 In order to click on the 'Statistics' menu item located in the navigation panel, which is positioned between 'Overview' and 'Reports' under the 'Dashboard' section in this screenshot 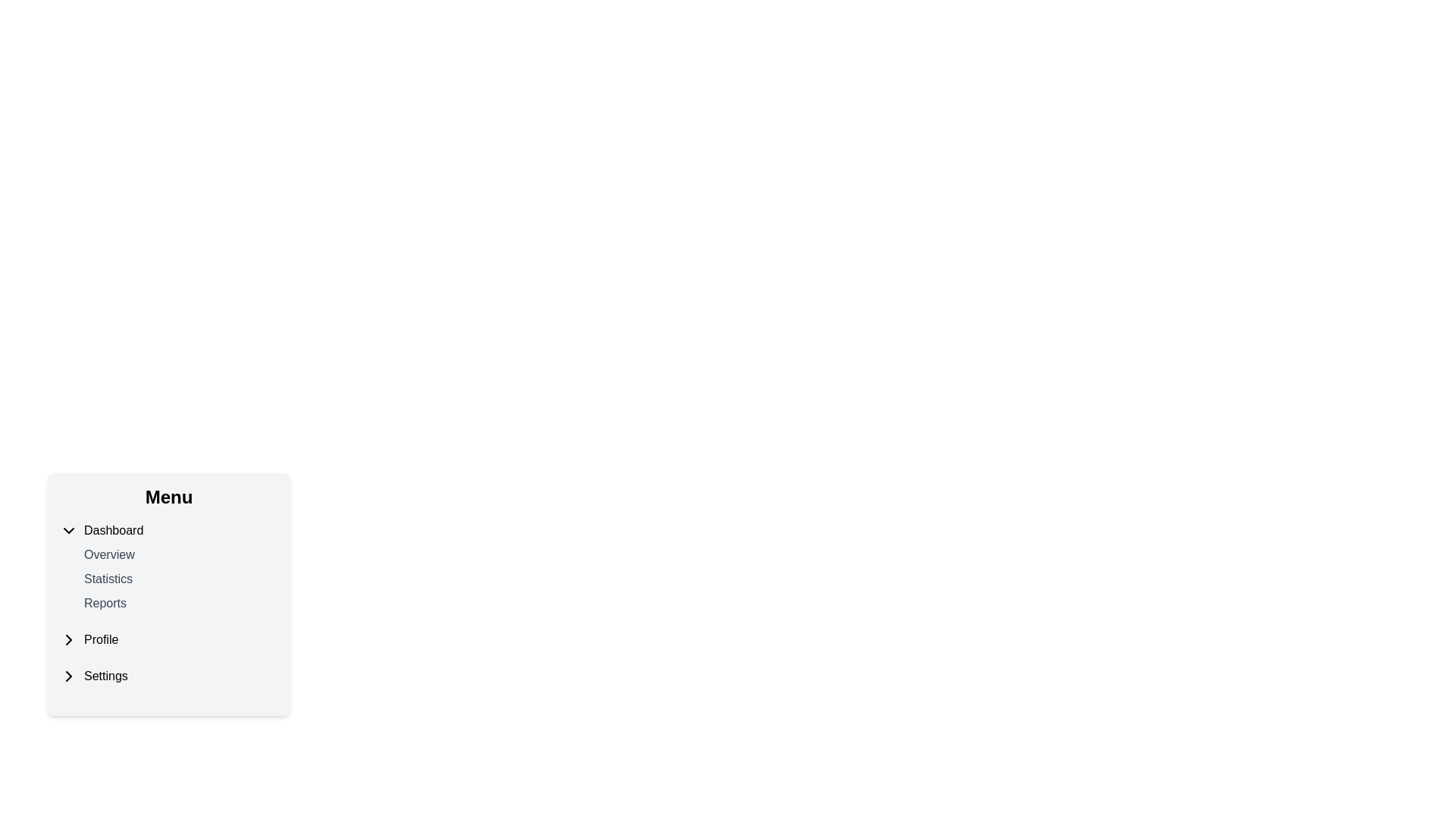, I will do `click(178, 579)`.